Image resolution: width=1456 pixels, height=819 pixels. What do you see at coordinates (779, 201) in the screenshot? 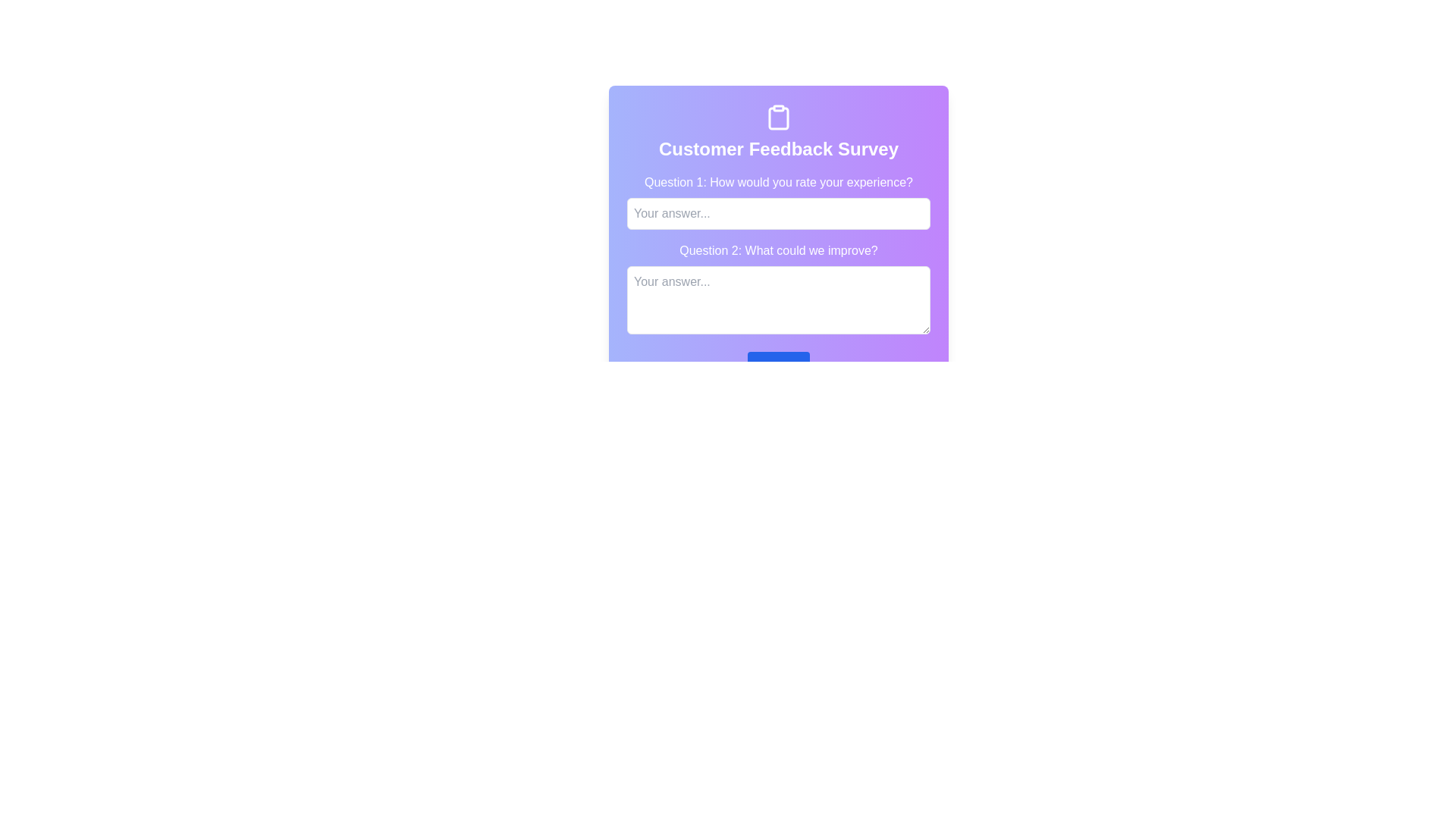
I see `question text from the Form question with a text input field displaying 'Question 1: How would you rate your experience?'` at bounding box center [779, 201].